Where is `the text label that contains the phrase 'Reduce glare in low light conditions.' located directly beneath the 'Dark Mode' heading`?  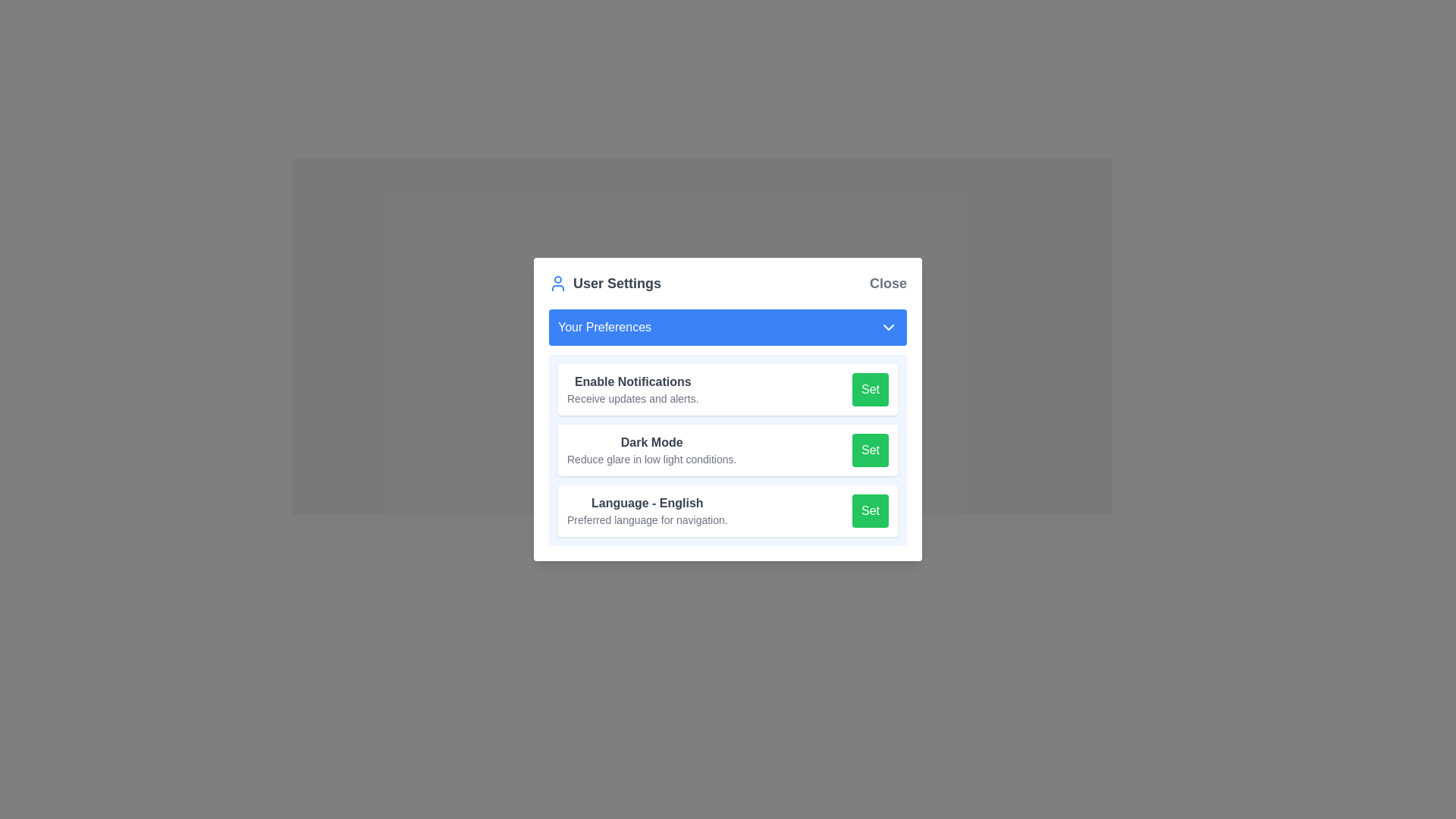 the text label that contains the phrase 'Reduce glare in low light conditions.' located directly beneath the 'Dark Mode' heading is located at coordinates (651, 458).